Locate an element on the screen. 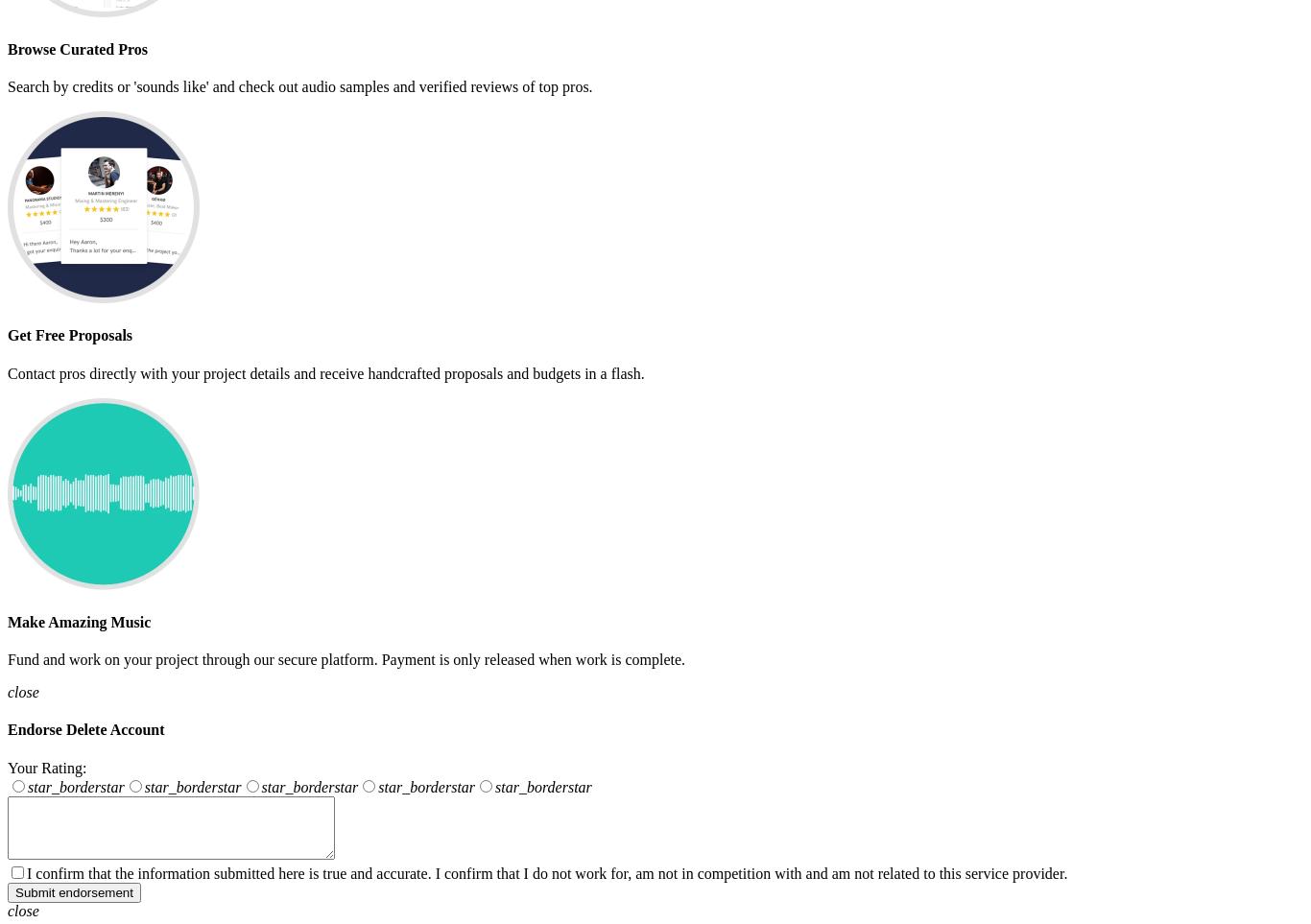 The height and width of the screenshot is (924, 1311). 'Fund and work on your project through our secure platform. Payment is only released when work is complete.' is located at coordinates (346, 659).